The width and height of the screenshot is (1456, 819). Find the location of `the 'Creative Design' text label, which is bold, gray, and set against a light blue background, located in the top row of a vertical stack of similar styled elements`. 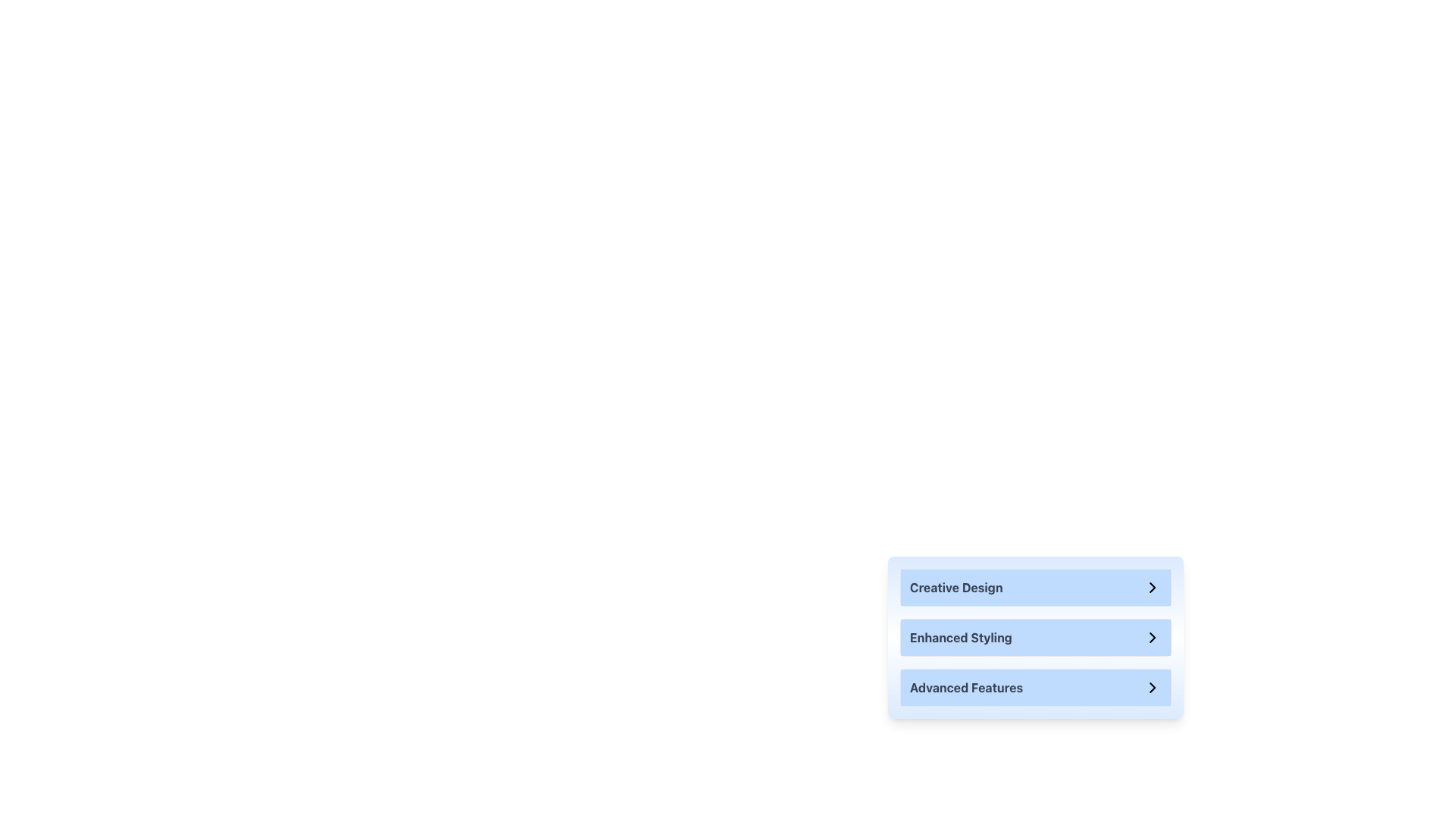

the 'Creative Design' text label, which is bold, gray, and set against a light blue background, located in the top row of a vertical stack of similar styled elements is located at coordinates (955, 587).